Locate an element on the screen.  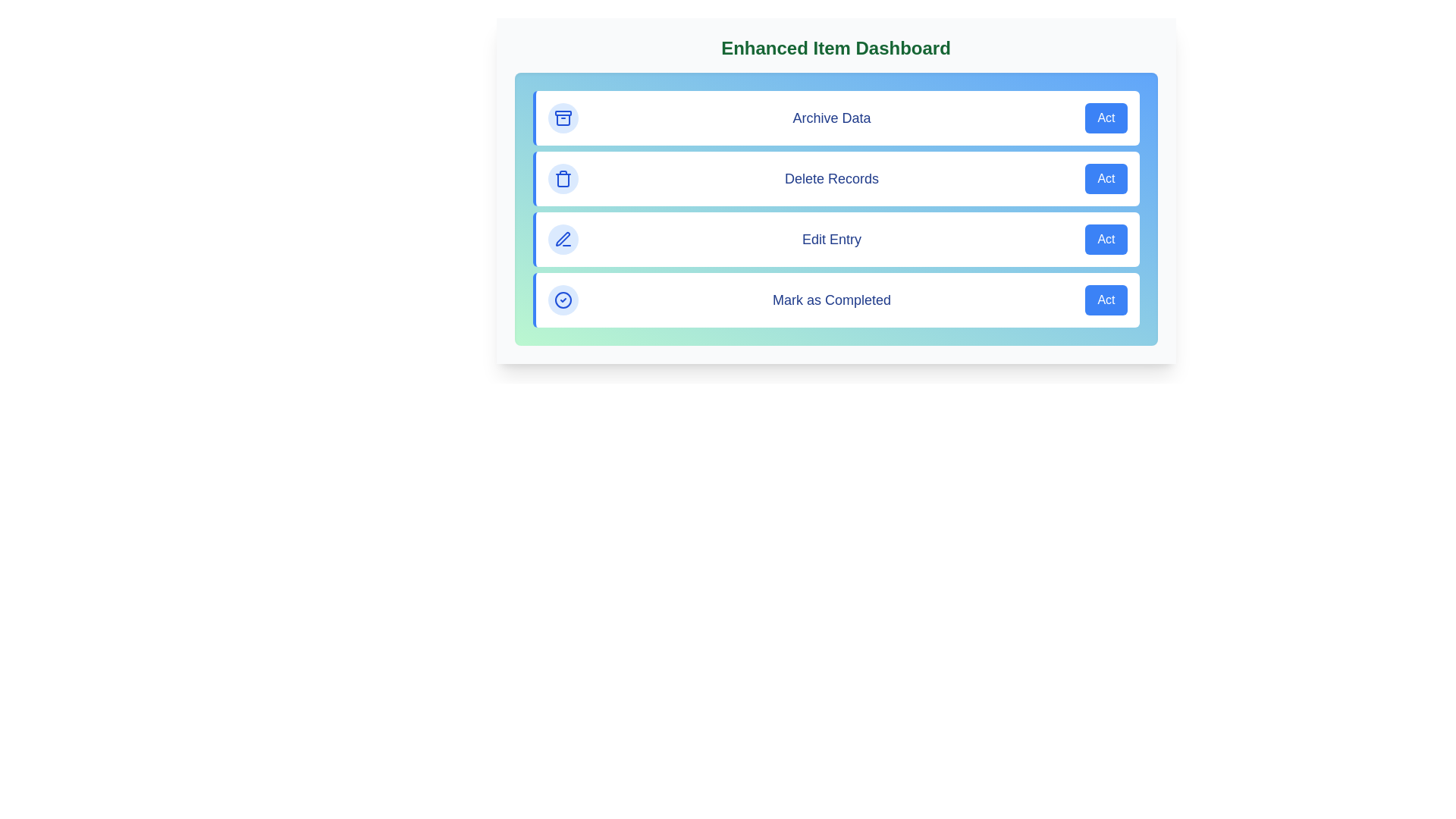
the 'Act' button for the action 'Mark as Completed' is located at coordinates (1106, 300).